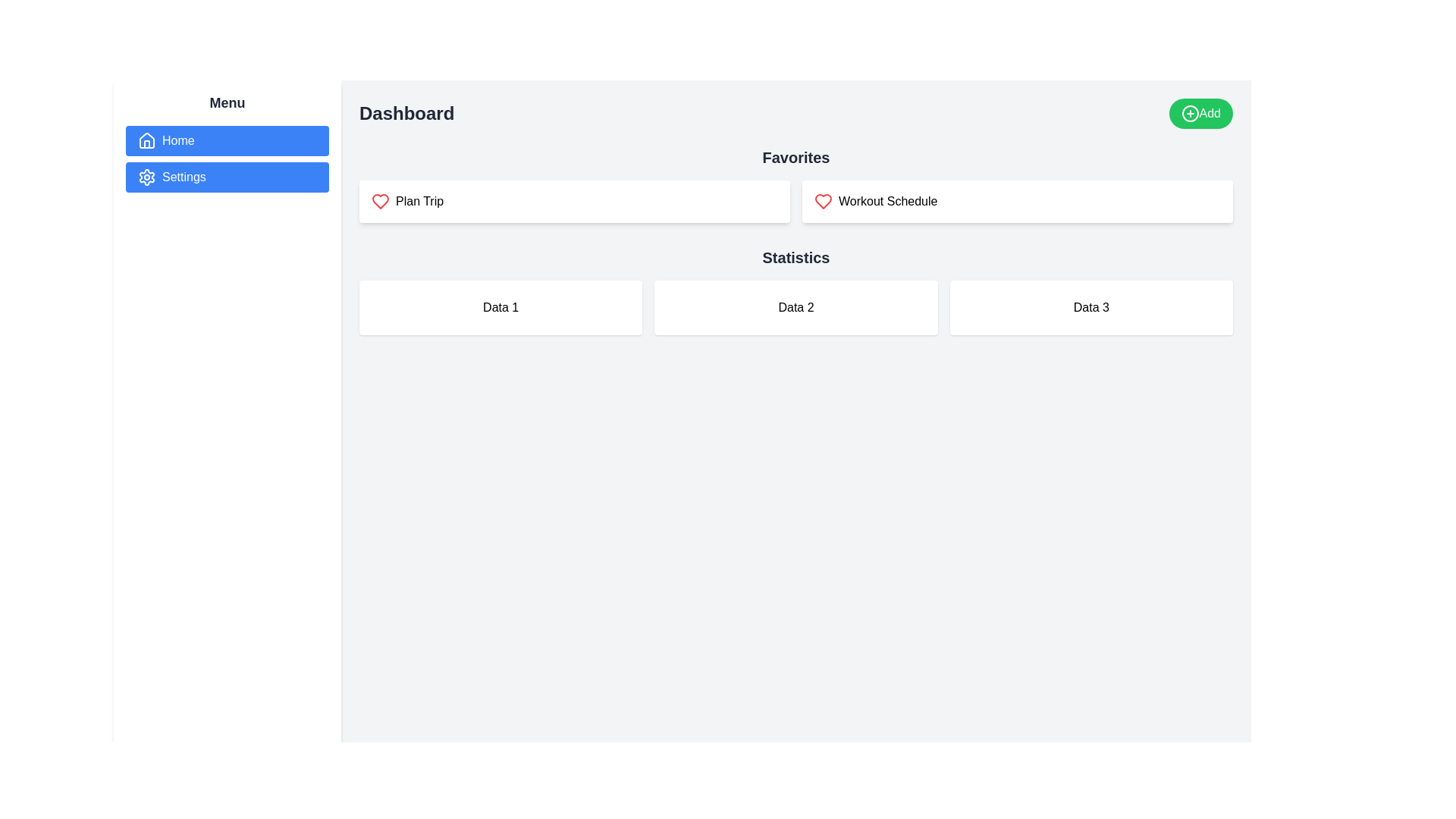 This screenshot has height=819, width=1456. Describe the element at coordinates (822, 201) in the screenshot. I see `the red heart icon in the Favorites section of the dashboard for keyboard interaction` at that location.